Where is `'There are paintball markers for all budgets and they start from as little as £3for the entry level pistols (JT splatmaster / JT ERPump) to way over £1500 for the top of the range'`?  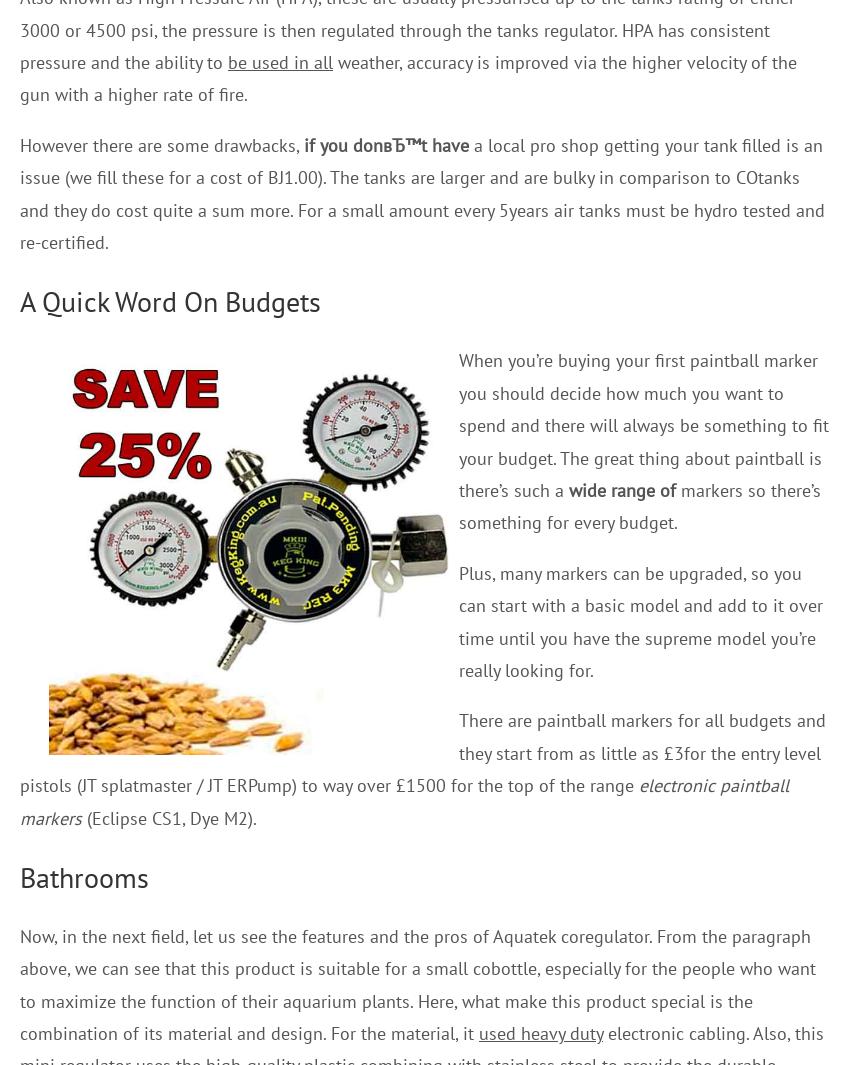 'There are paintball markers for all budgets and they start from as little as £3for the entry level pistols (JT splatmaster / JT ERPump) to way over £1500 for the top of the range' is located at coordinates (18, 752).